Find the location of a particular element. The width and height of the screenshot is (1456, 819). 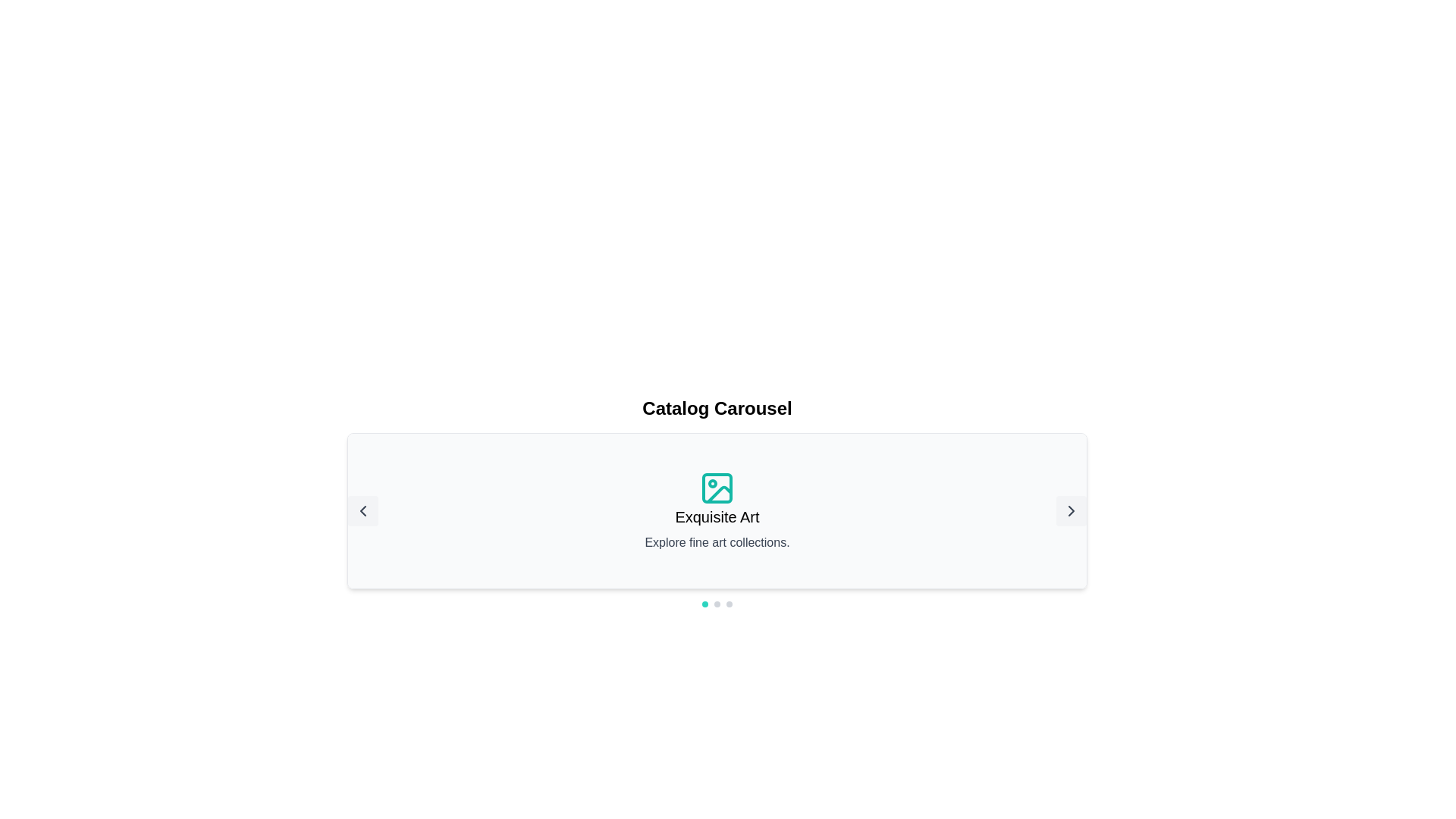

the right-facing arrow icon, which is a thin stroke chevron shape located at the right side of the carousel component, serving as the right navigation button is located at coordinates (1070, 511).